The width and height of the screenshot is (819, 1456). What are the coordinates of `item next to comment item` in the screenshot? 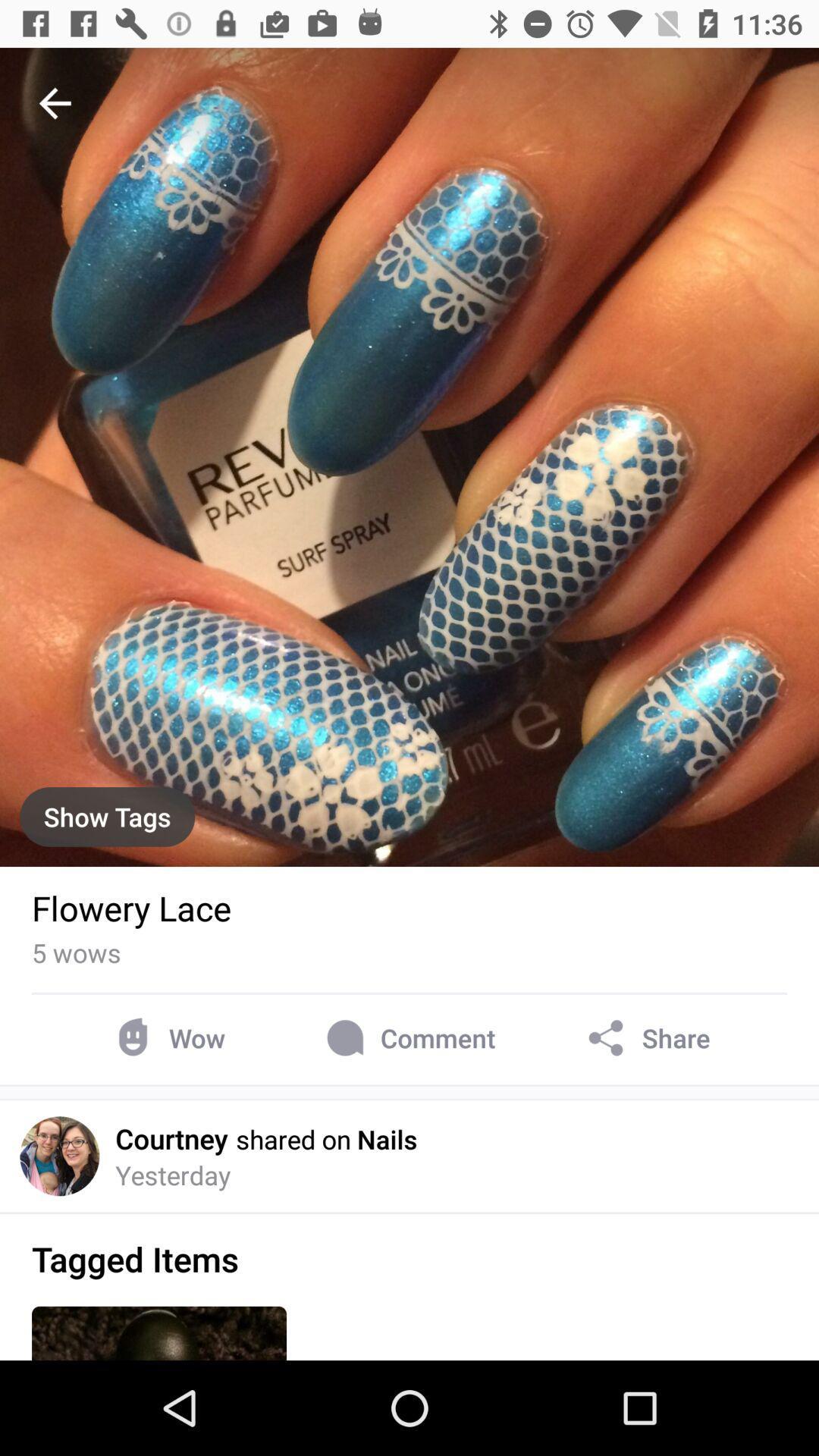 It's located at (646, 1037).